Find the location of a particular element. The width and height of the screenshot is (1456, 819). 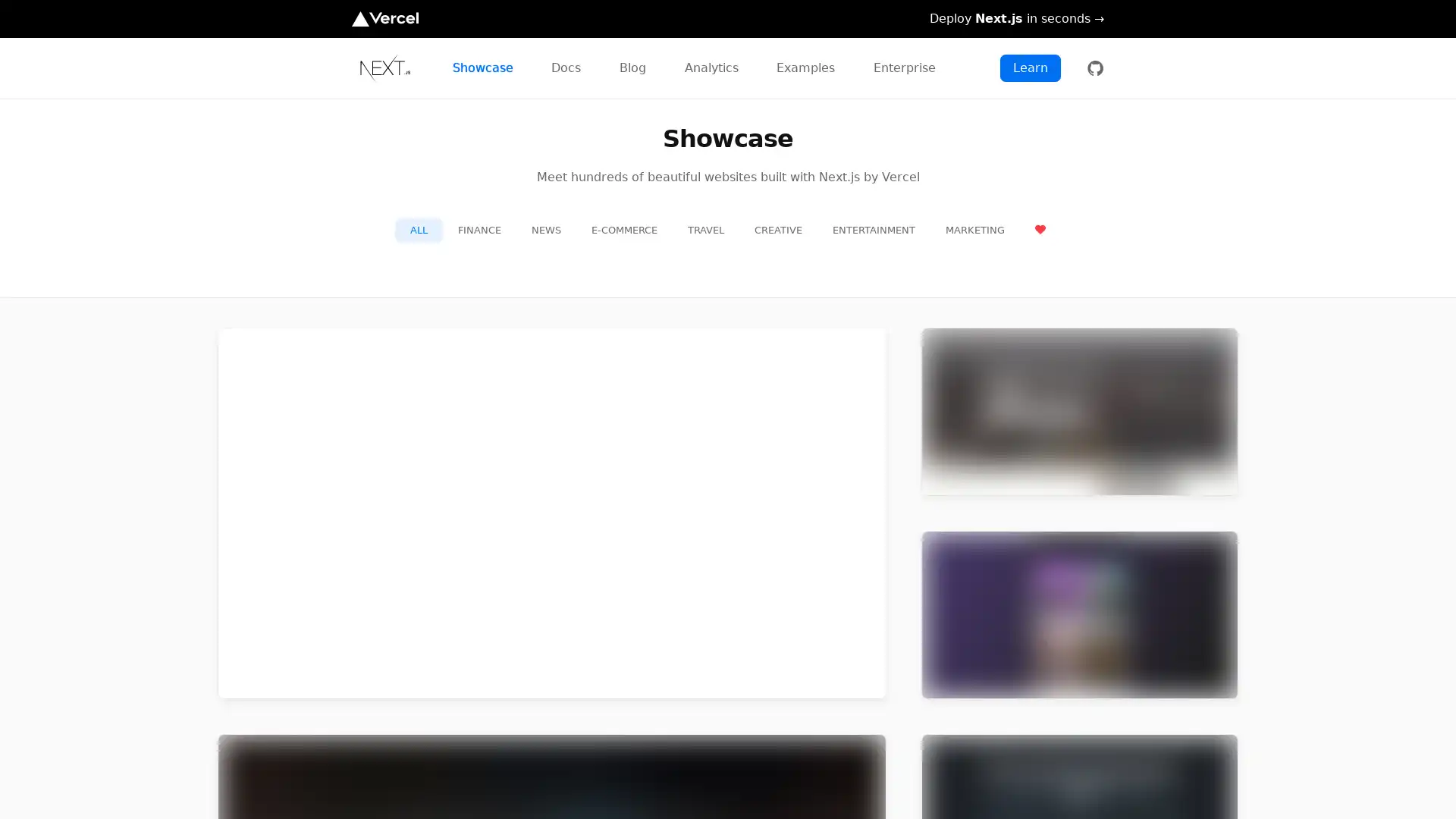

FINANCE is located at coordinates (479, 230).